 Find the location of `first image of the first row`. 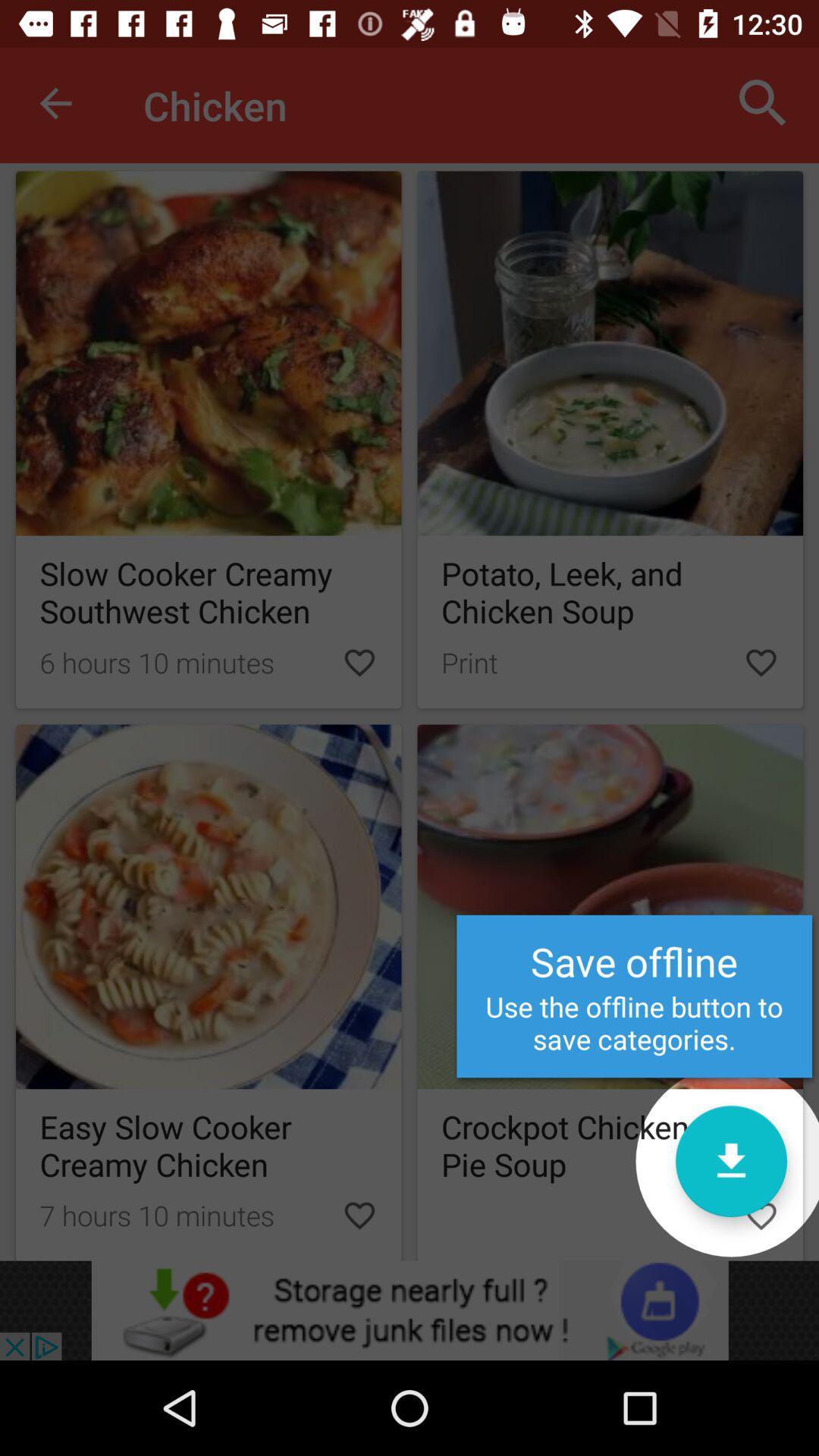

first image of the first row is located at coordinates (209, 353).